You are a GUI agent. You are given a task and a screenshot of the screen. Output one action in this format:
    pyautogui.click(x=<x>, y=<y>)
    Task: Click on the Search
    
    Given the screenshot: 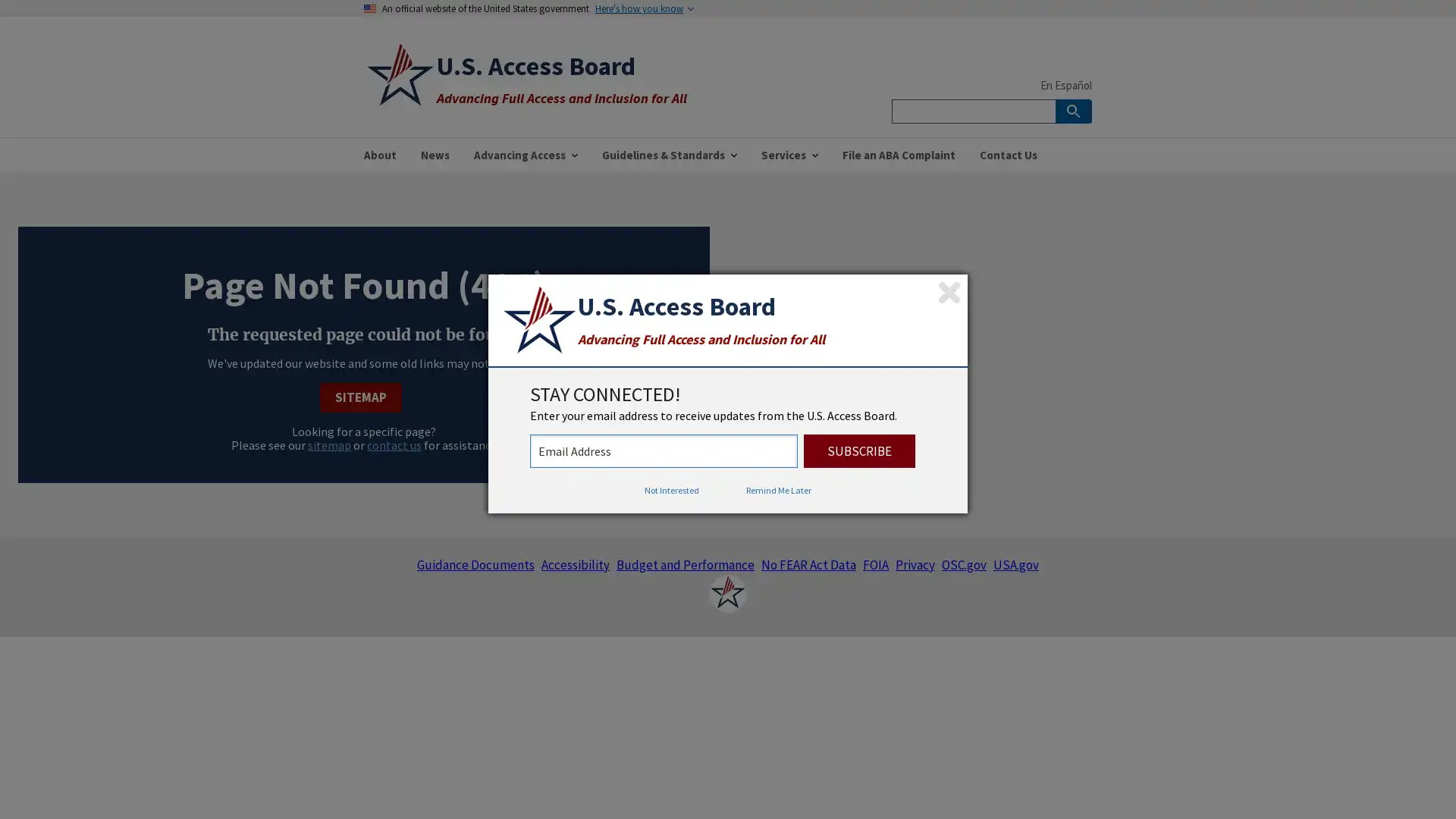 What is the action you would take?
    pyautogui.click(x=1073, y=110)
    